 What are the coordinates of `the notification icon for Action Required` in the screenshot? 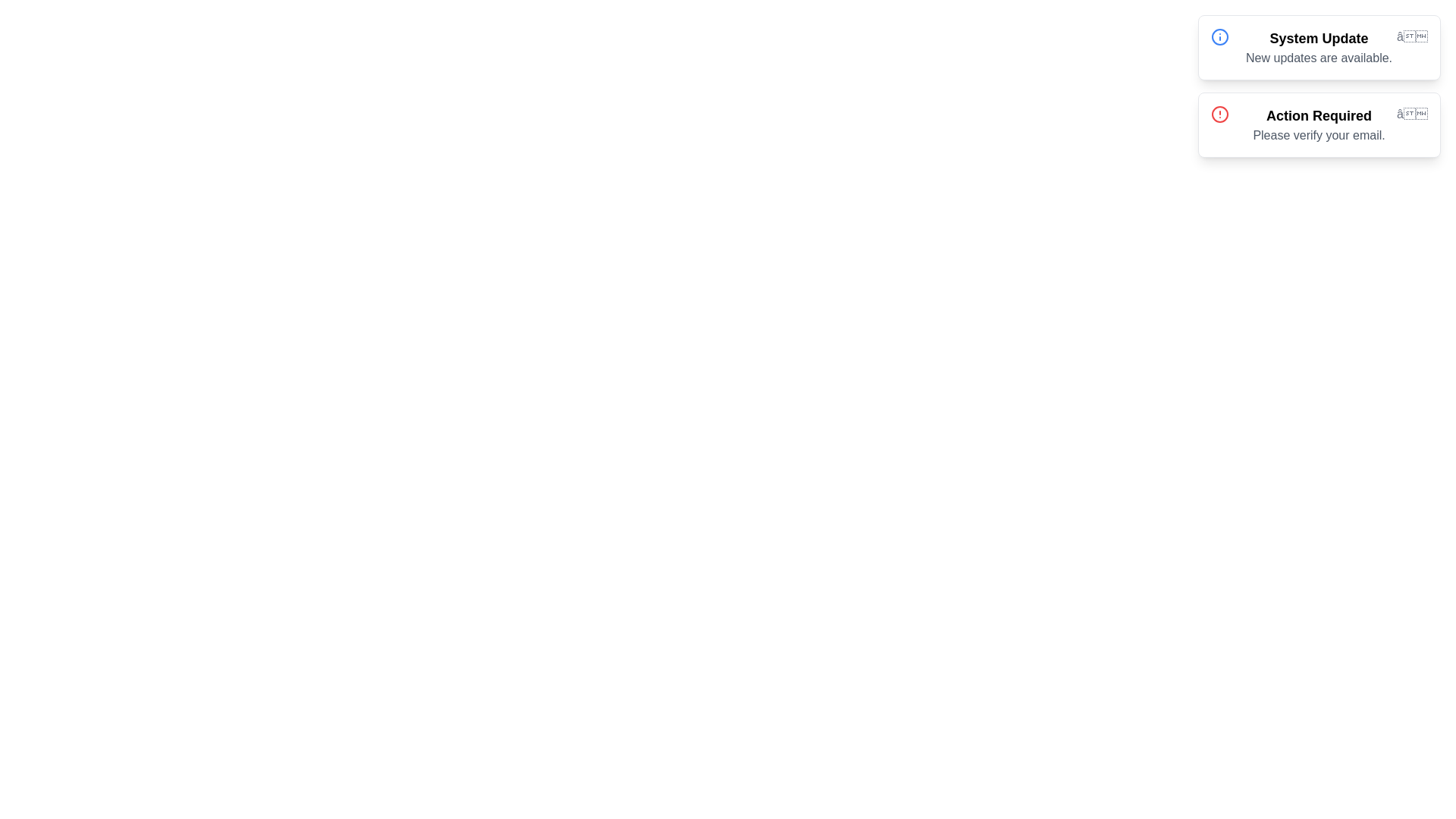 It's located at (1411, 113).